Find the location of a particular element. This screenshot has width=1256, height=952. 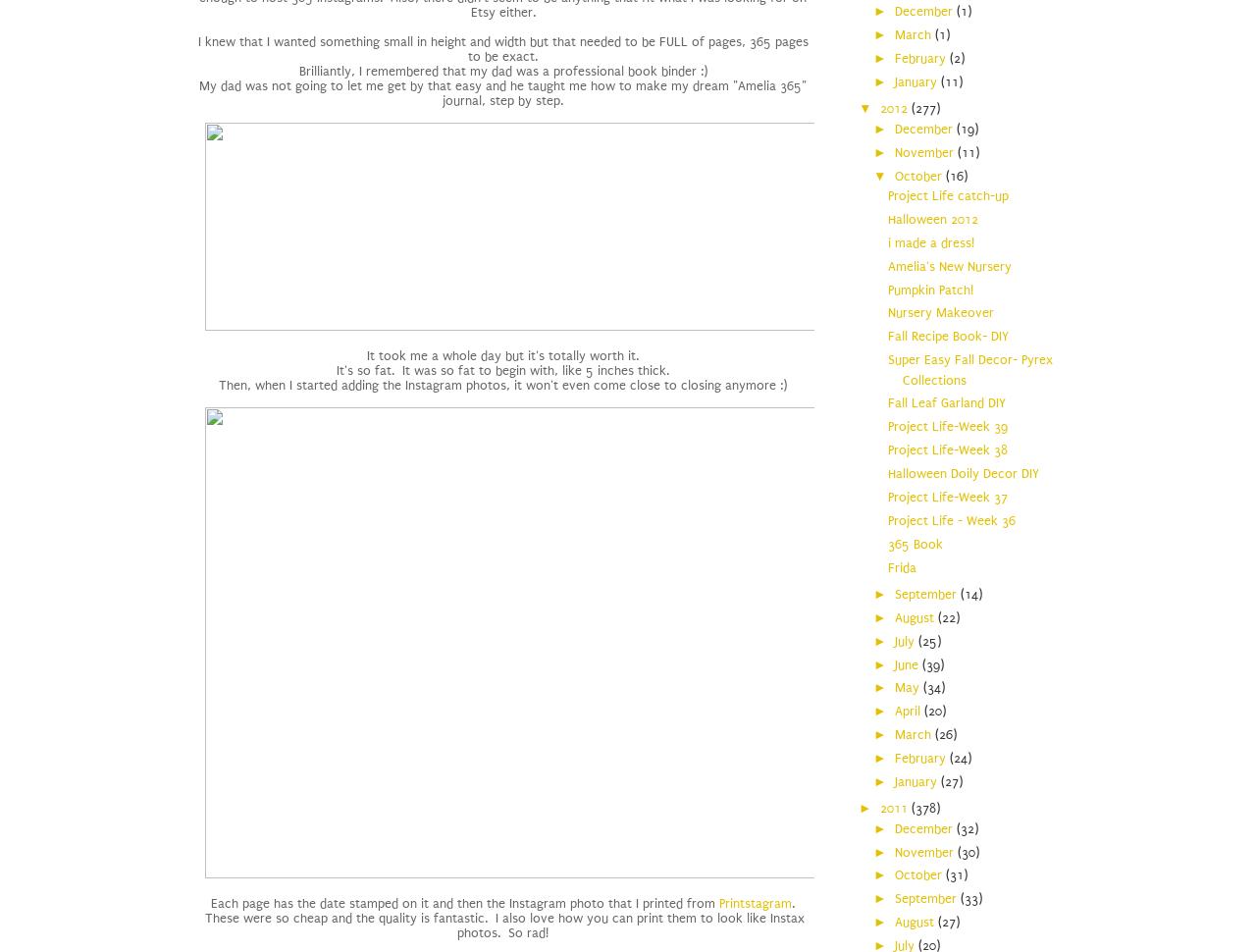

'(33)' is located at coordinates (970, 898).